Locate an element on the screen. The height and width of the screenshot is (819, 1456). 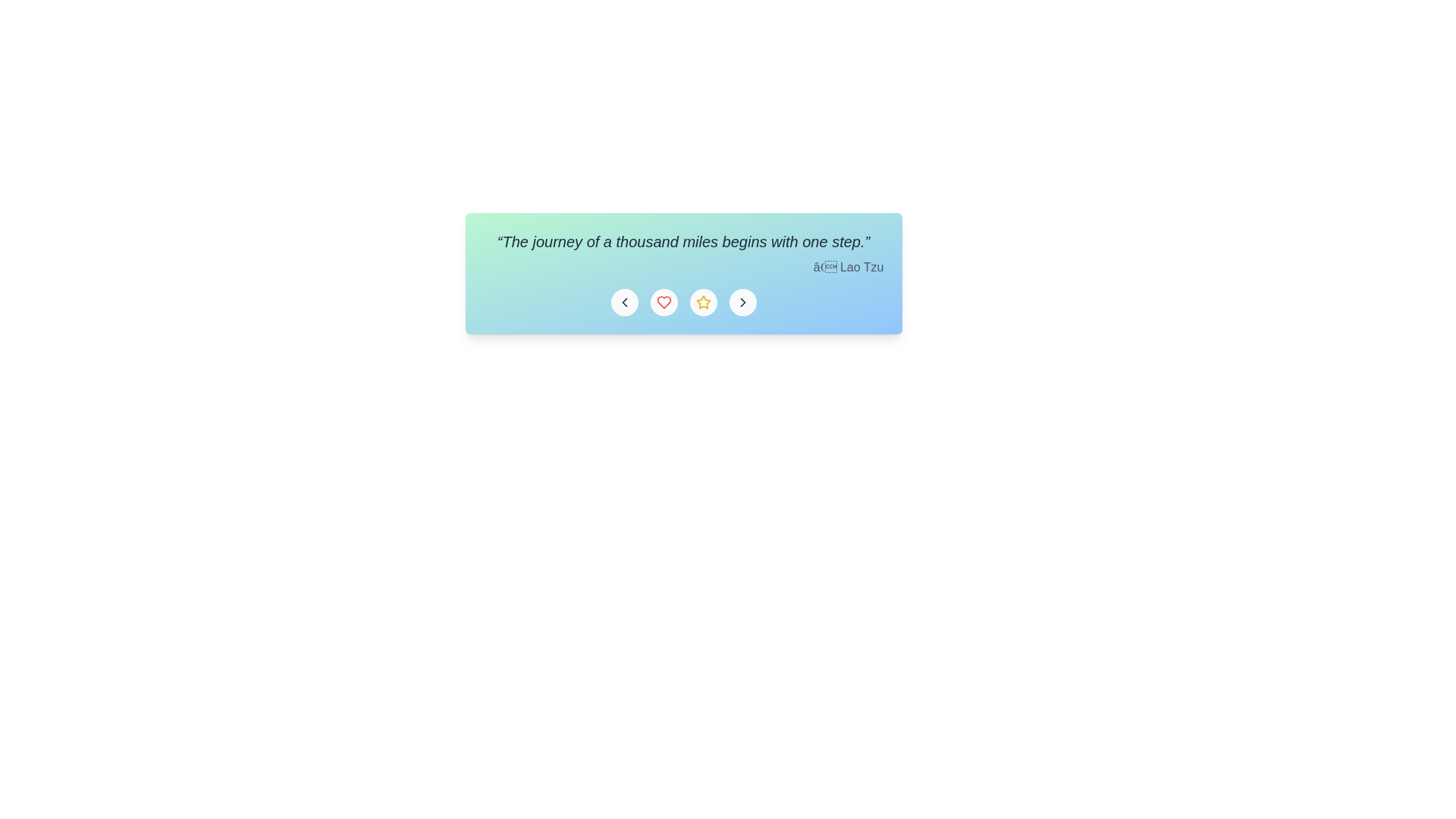
the fifth circular button from the left, which is a 'next' navigation control is located at coordinates (742, 302).